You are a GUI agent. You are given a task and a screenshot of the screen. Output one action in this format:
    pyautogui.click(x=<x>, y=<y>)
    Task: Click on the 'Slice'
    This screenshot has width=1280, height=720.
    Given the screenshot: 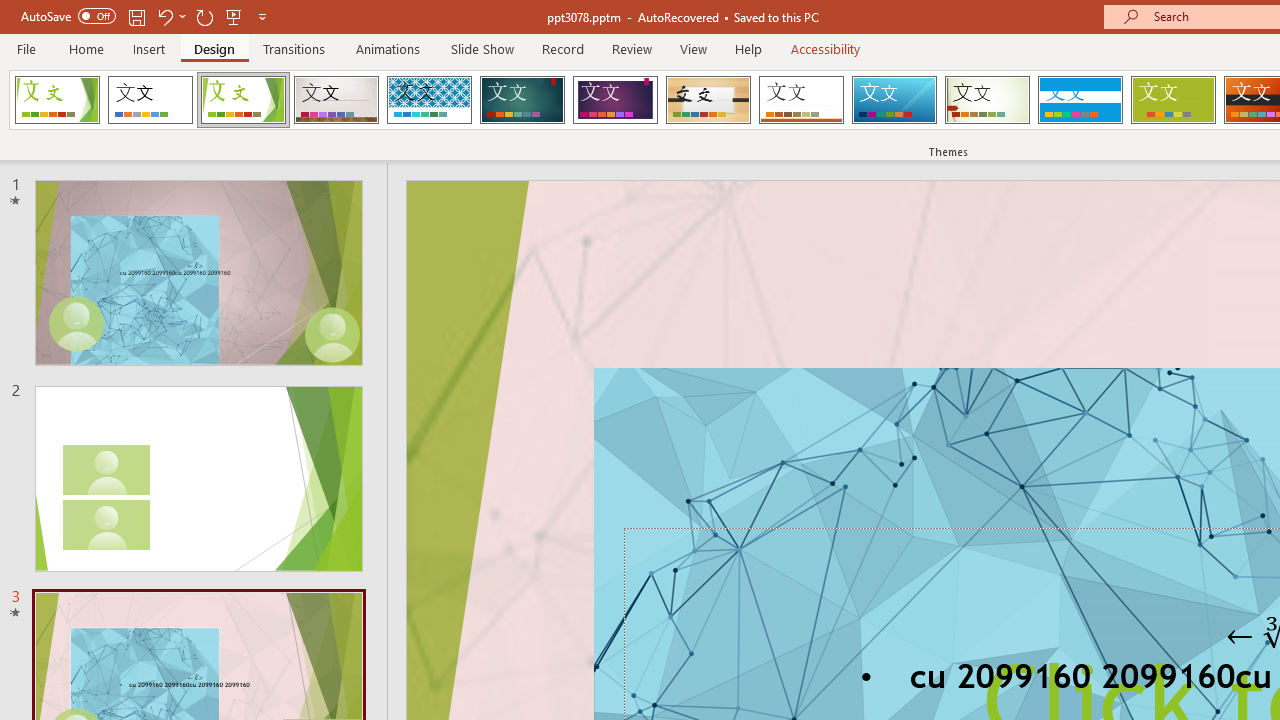 What is the action you would take?
    pyautogui.click(x=893, y=100)
    